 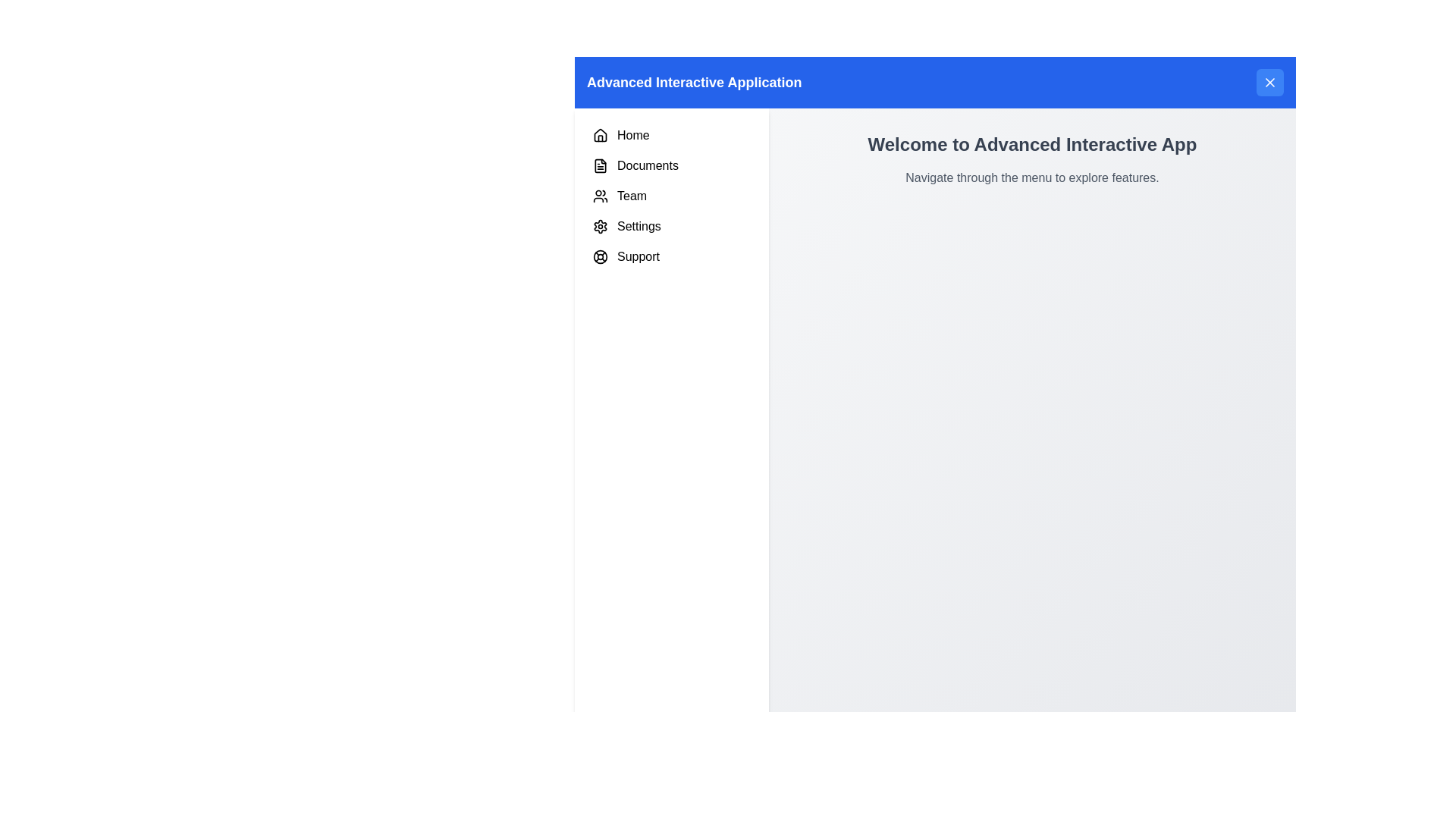 What do you see at coordinates (1270, 82) in the screenshot?
I see `the diagonal cross icon located in the top-right corner of the header bar, which is part of a button-like element` at bounding box center [1270, 82].